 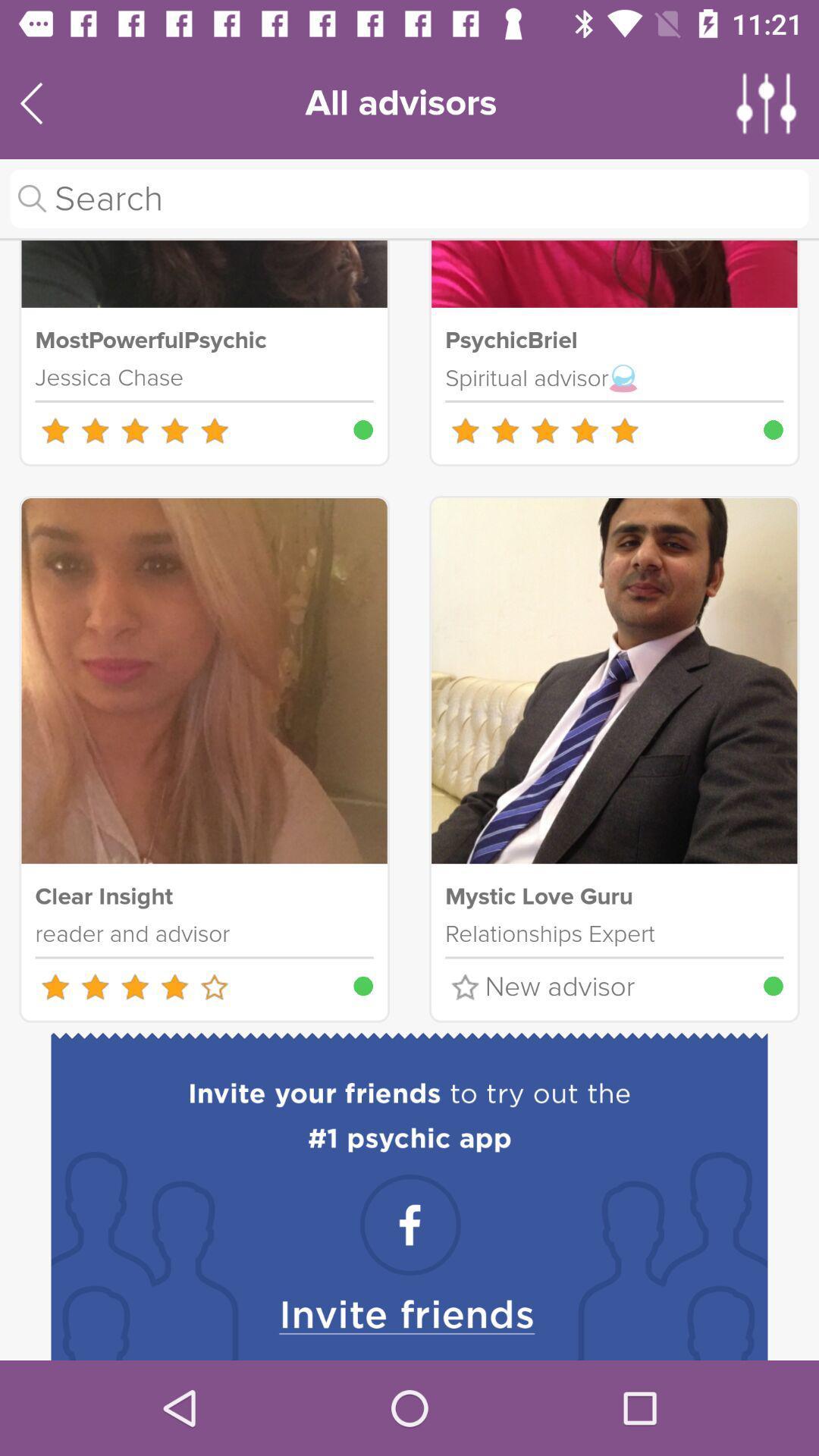 I want to click on icon next to the all advisors icon, so click(x=767, y=102).